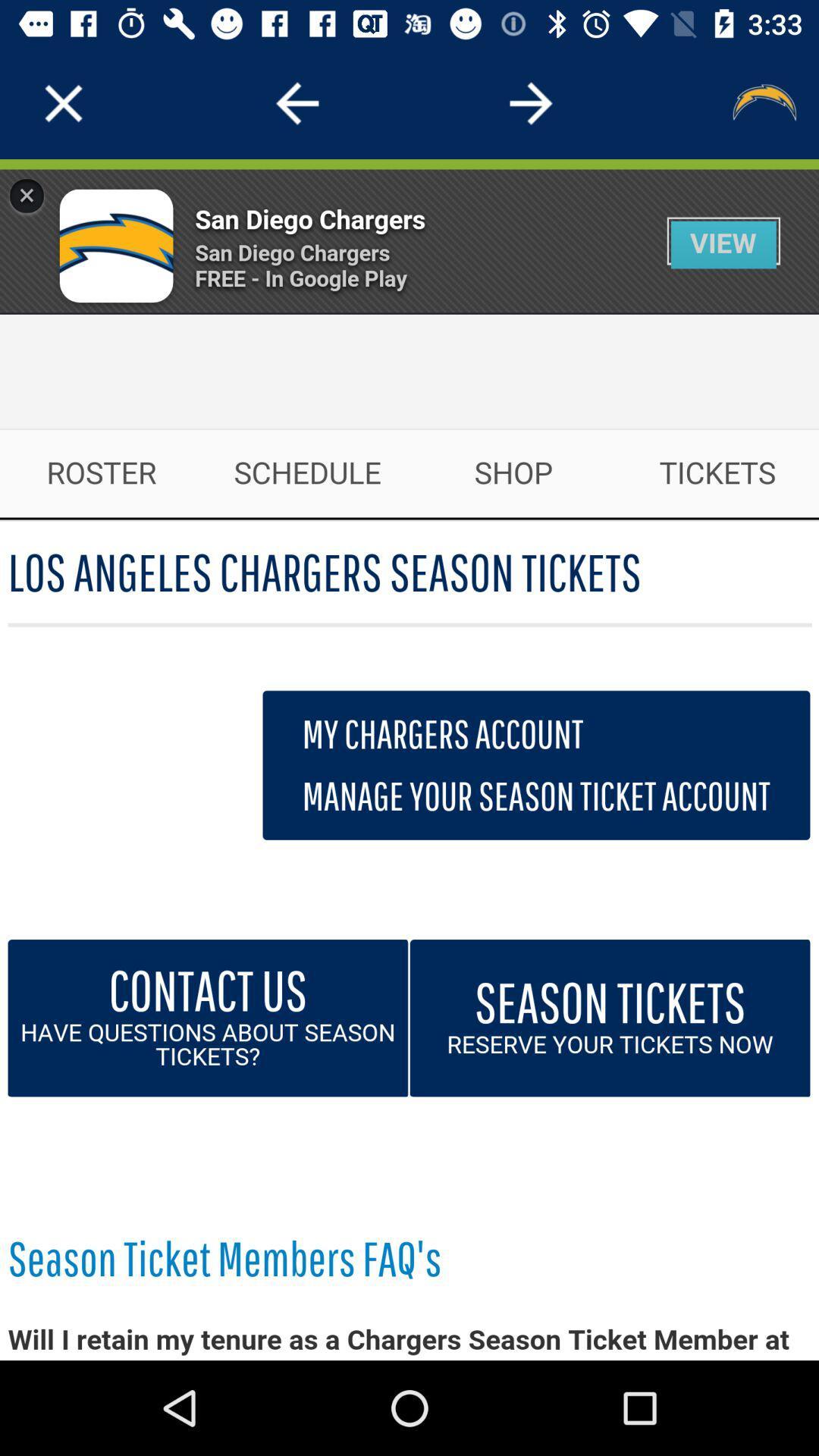 The width and height of the screenshot is (819, 1456). What do you see at coordinates (409, 760) in the screenshot?
I see `icon at the center` at bounding box center [409, 760].